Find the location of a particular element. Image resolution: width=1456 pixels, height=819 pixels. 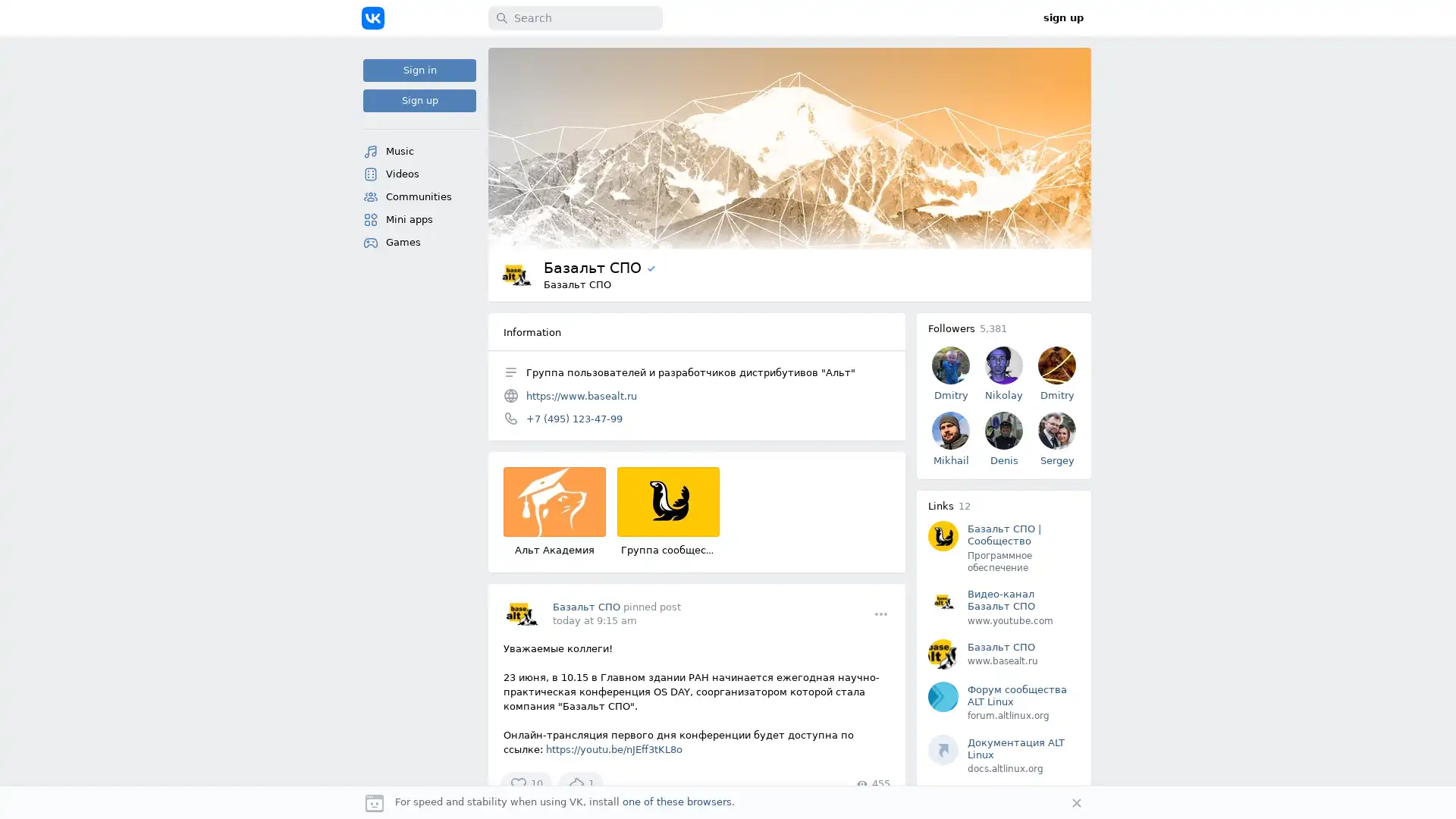

Send reaction Like is located at coordinates (526, 783).